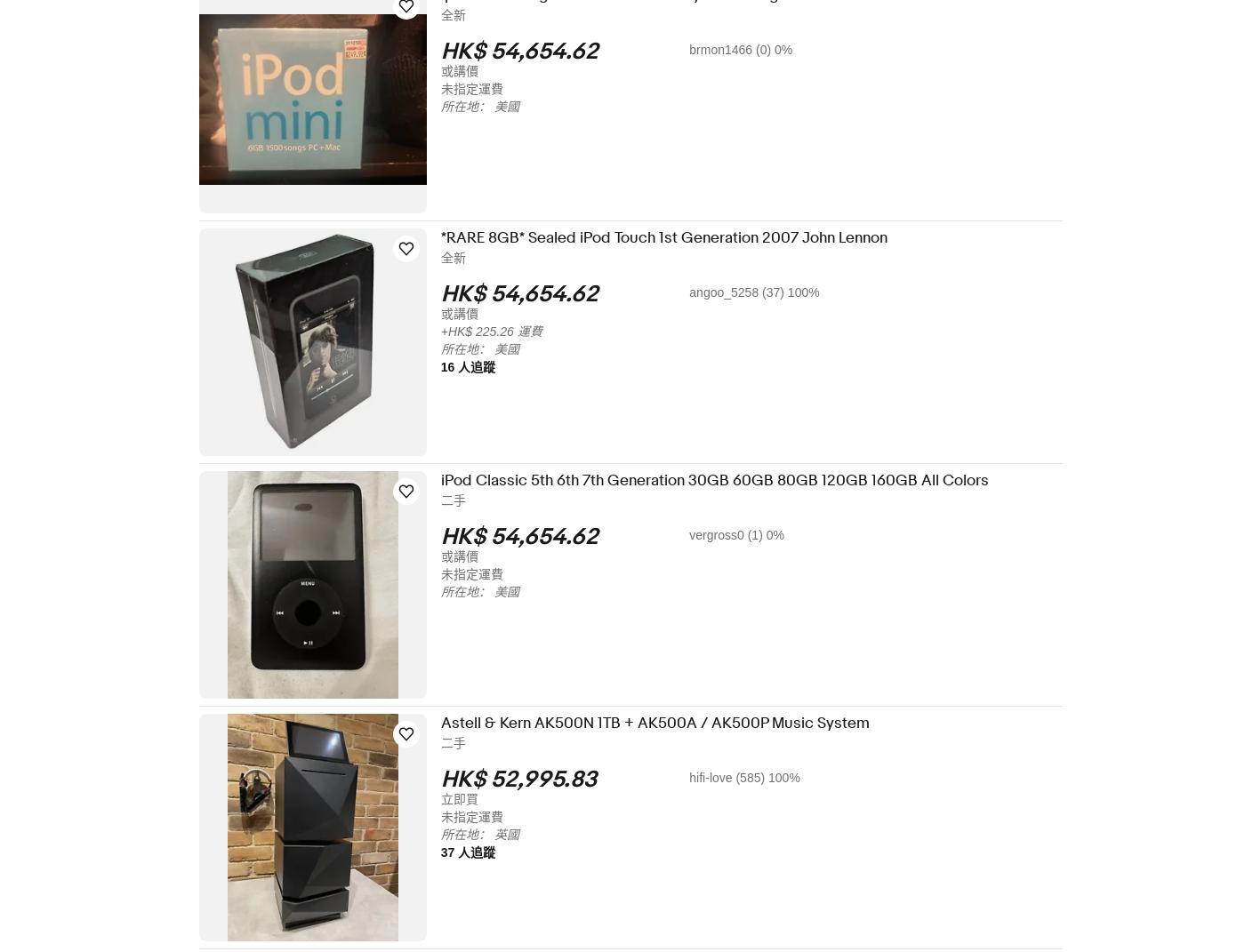 The width and height of the screenshot is (1245, 952). I want to click on '16 人追蹤', so click(452, 366).